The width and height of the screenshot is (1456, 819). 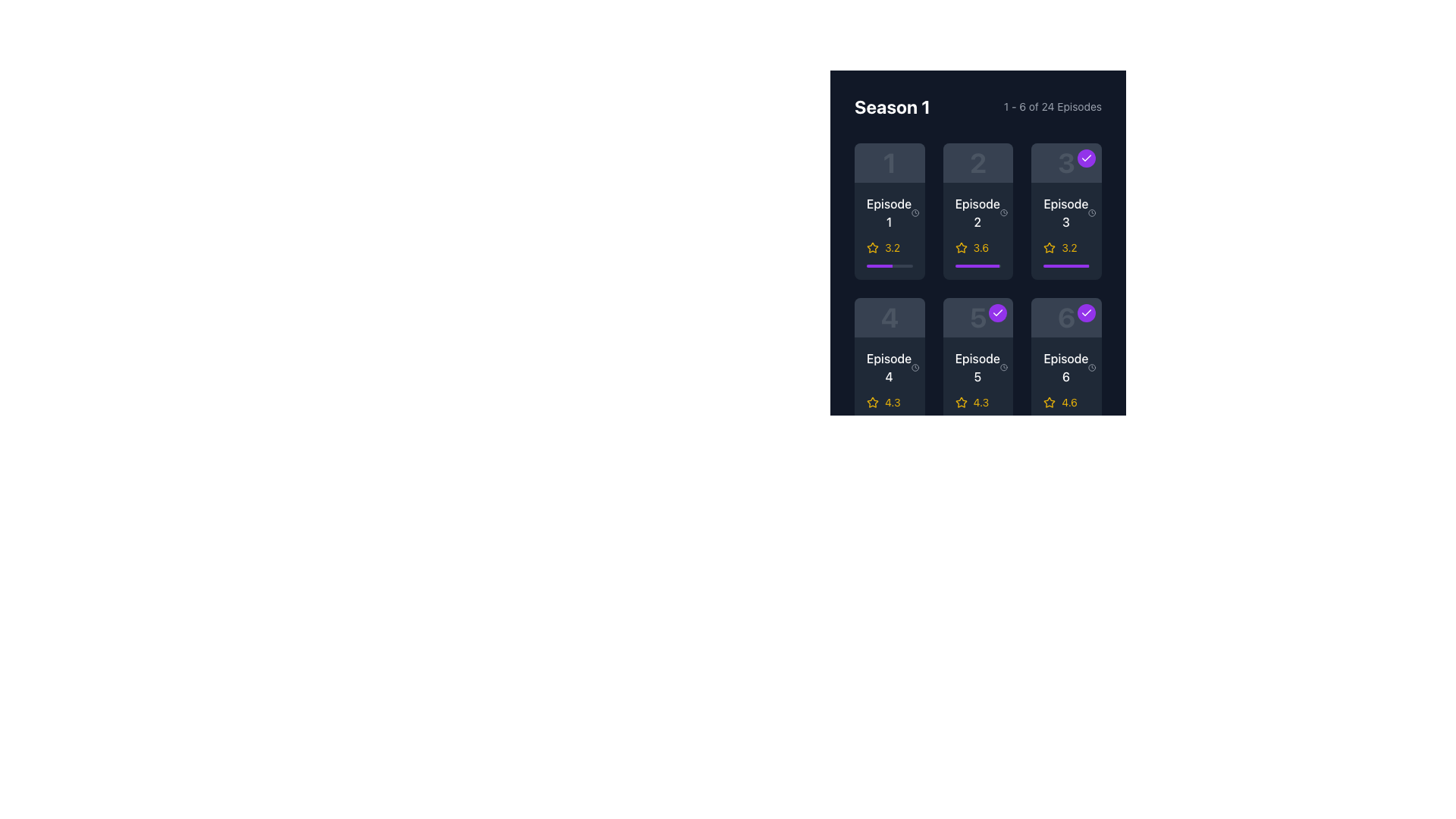 What do you see at coordinates (1065, 212) in the screenshot?
I see `the episode 3 card` at bounding box center [1065, 212].